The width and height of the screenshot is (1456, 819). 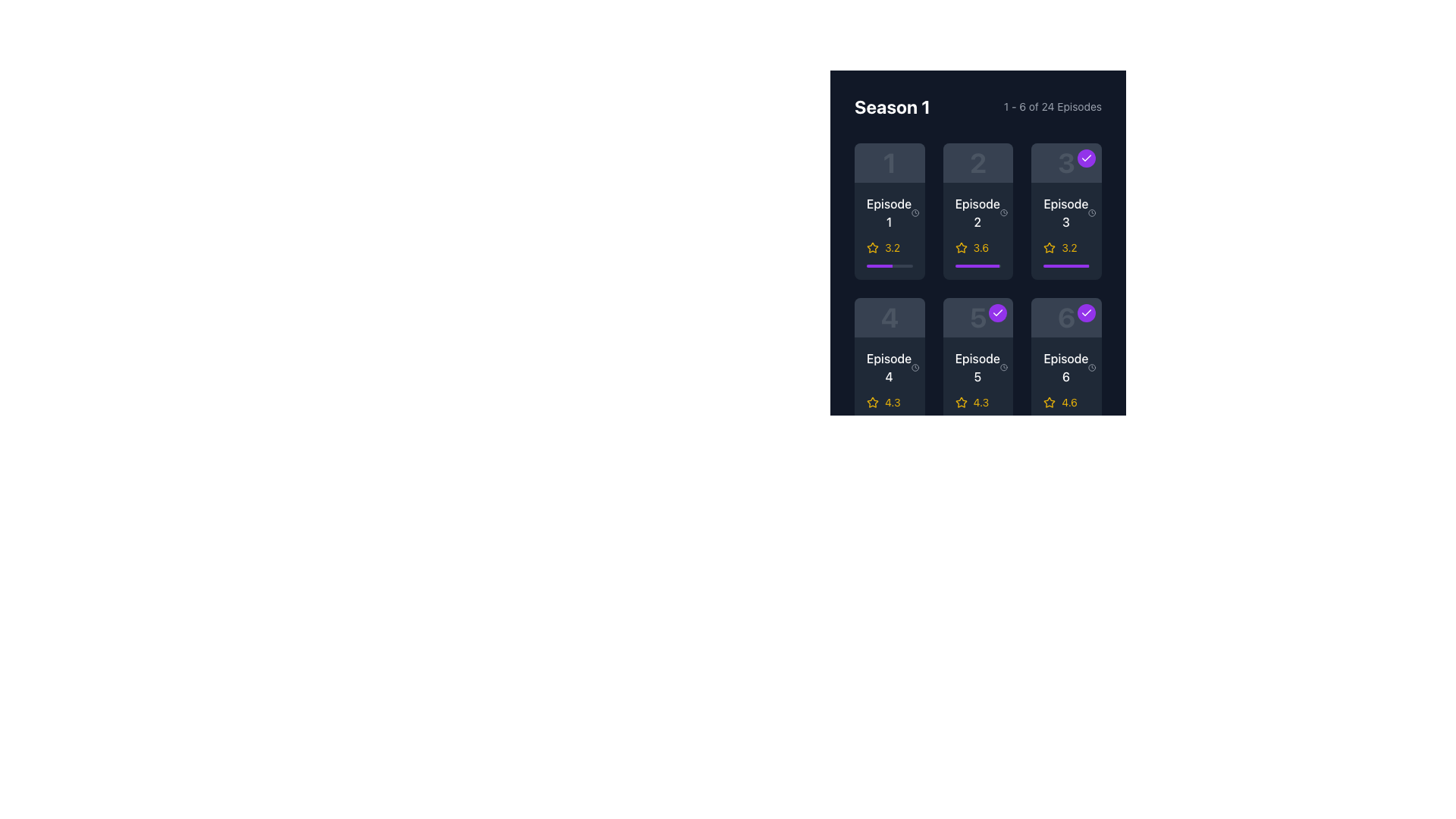 What do you see at coordinates (1065, 212) in the screenshot?
I see `the episode 3 card` at bounding box center [1065, 212].